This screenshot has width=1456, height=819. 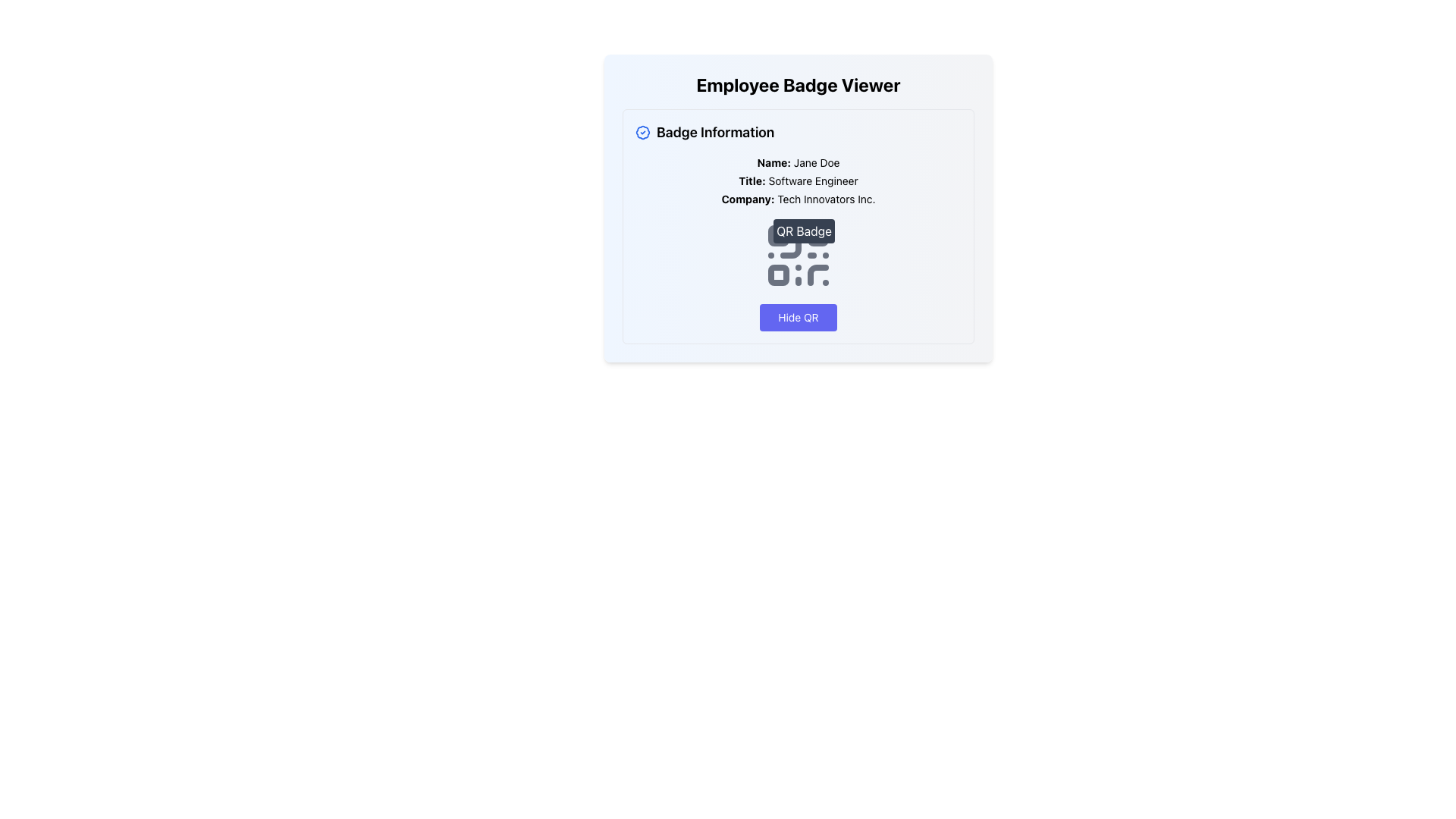 What do you see at coordinates (643, 131) in the screenshot?
I see `the circular blue icon featuring a checkmark in the 'Badge Information' section located at the top-left corner` at bounding box center [643, 131].